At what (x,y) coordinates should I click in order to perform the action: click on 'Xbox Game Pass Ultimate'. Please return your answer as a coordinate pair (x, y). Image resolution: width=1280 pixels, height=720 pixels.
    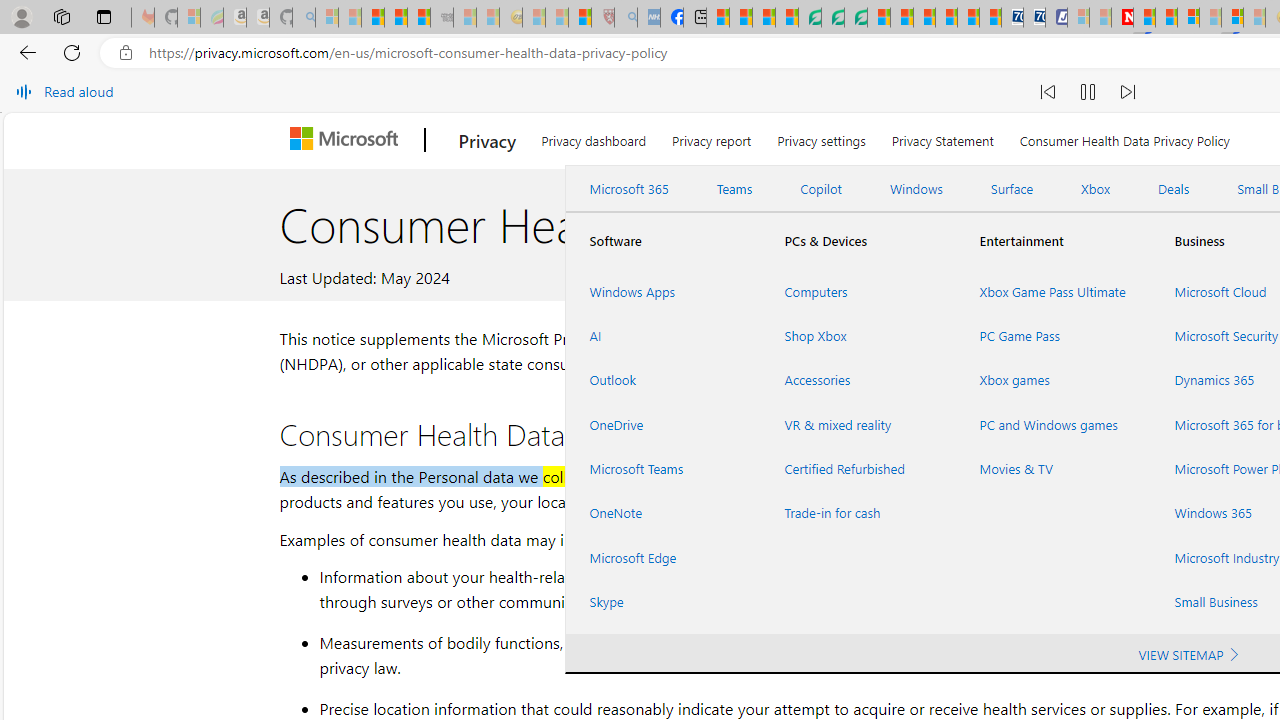
    Looking at the image, I should click on (1051, 291).